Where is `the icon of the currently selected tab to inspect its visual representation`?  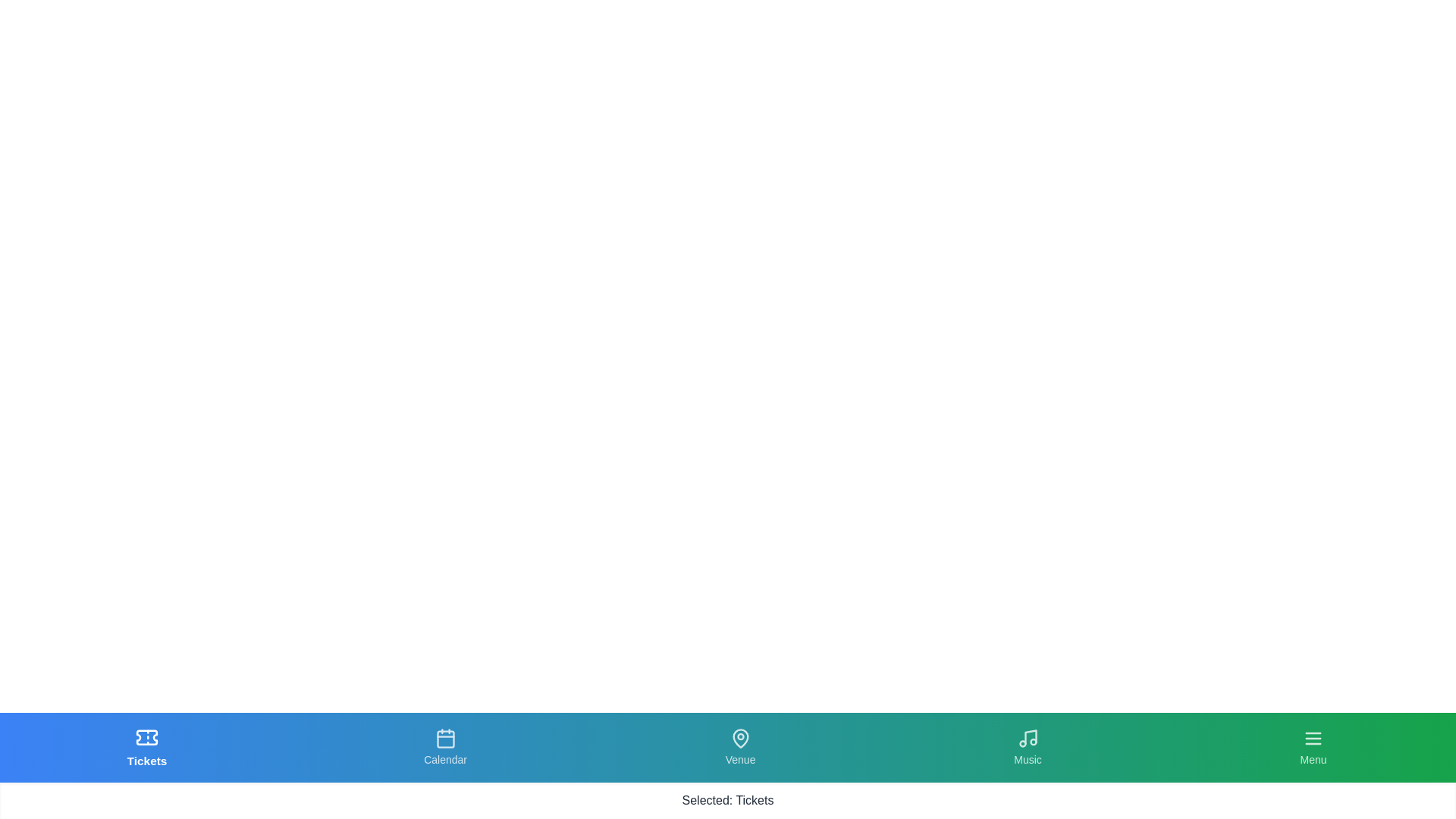
the icon of the currently selected tab to inspect its visual representation is located at coordinates (147, 736).